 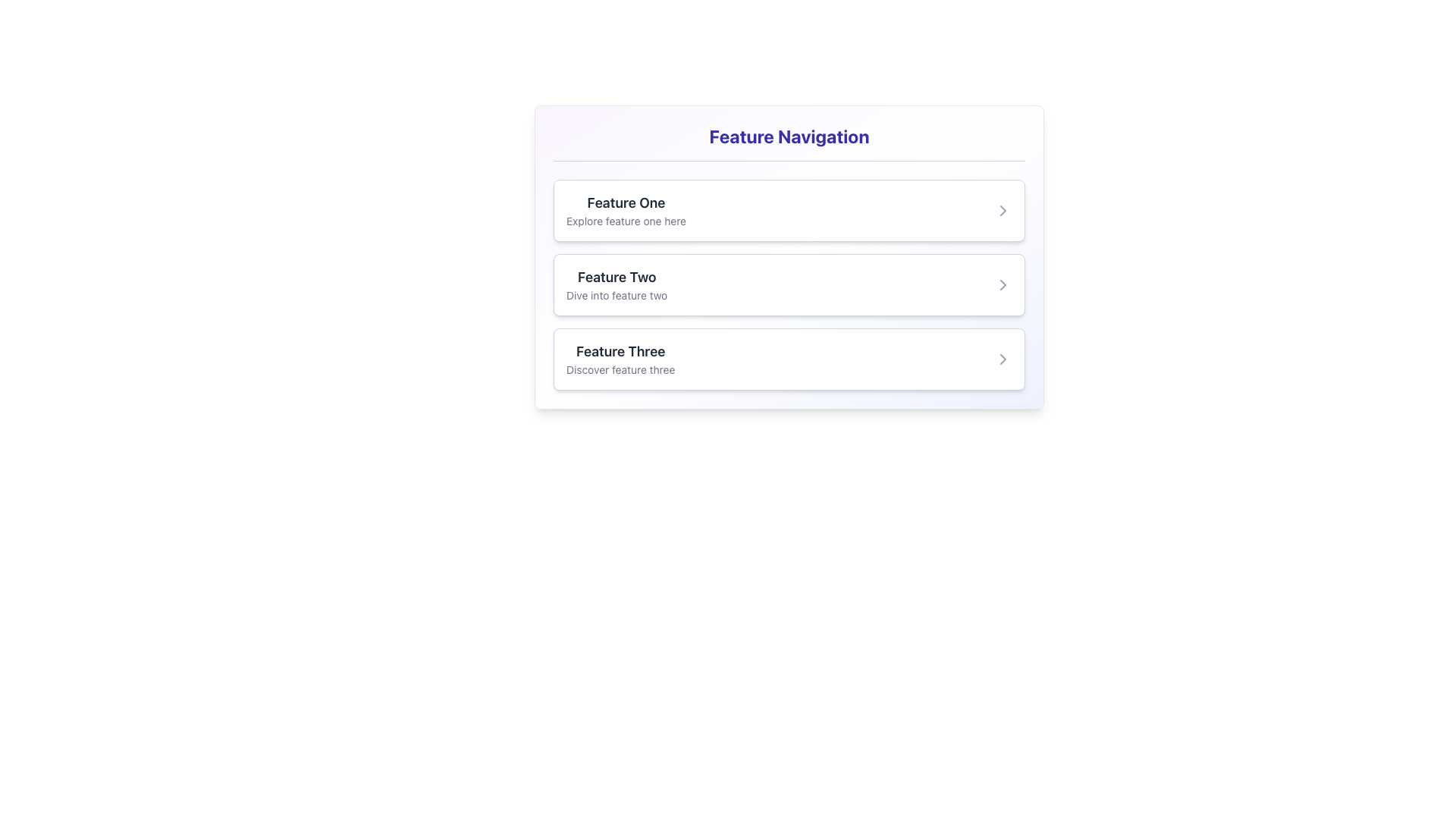 I want to click on the title text element that serves as the identifier for the corresponding feature entry in the vertically stacked feature list, so click(x=620, y=351).